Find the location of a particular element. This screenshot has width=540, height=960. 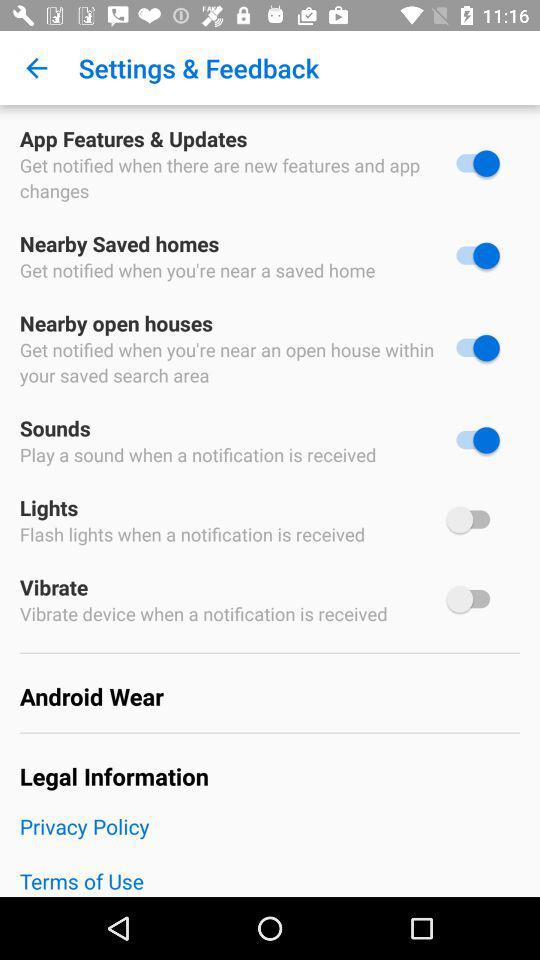

the icon above the terms of use is located at coordinates (270, 839).